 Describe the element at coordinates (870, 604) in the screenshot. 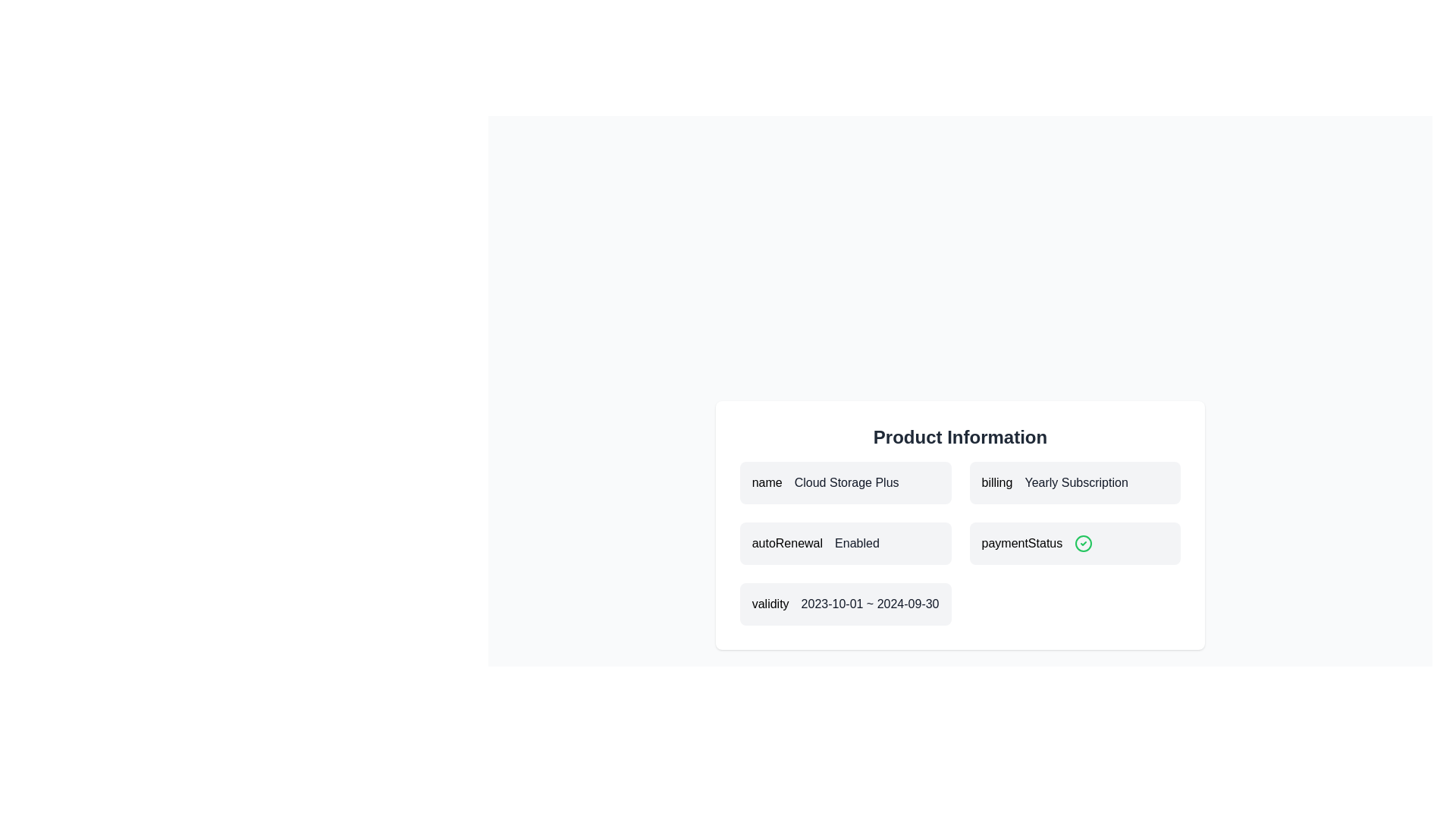

I see `the static text element displaying the date range, which is styled in dark gray within a bordered and rounded rectangle, located in the 'Product Information' section to the right of the 'validity' label` at that location.